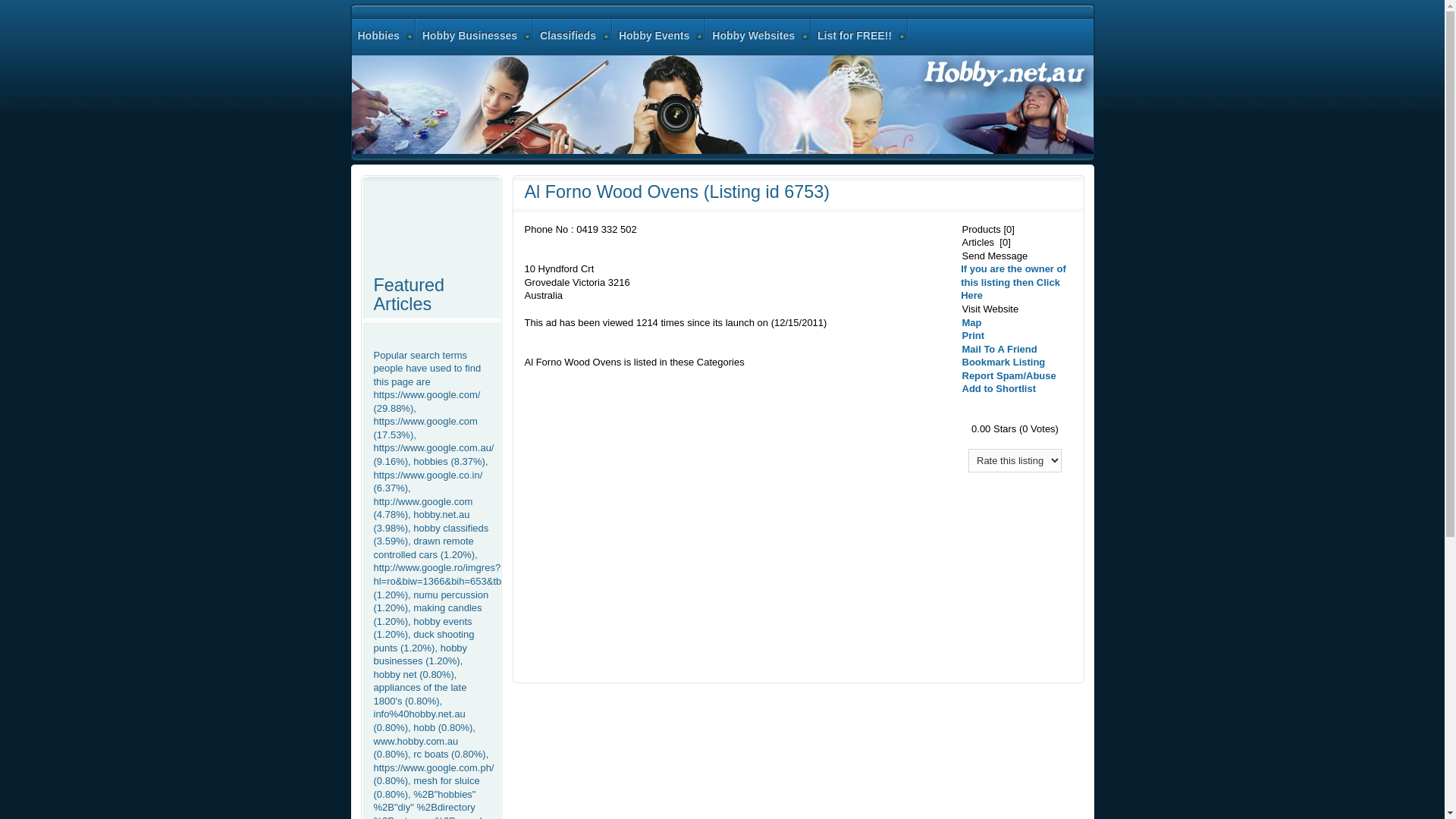 The height and width of the screenshot is (819, 1456). I want to click on 'Hobby Events', so click(612, 36).